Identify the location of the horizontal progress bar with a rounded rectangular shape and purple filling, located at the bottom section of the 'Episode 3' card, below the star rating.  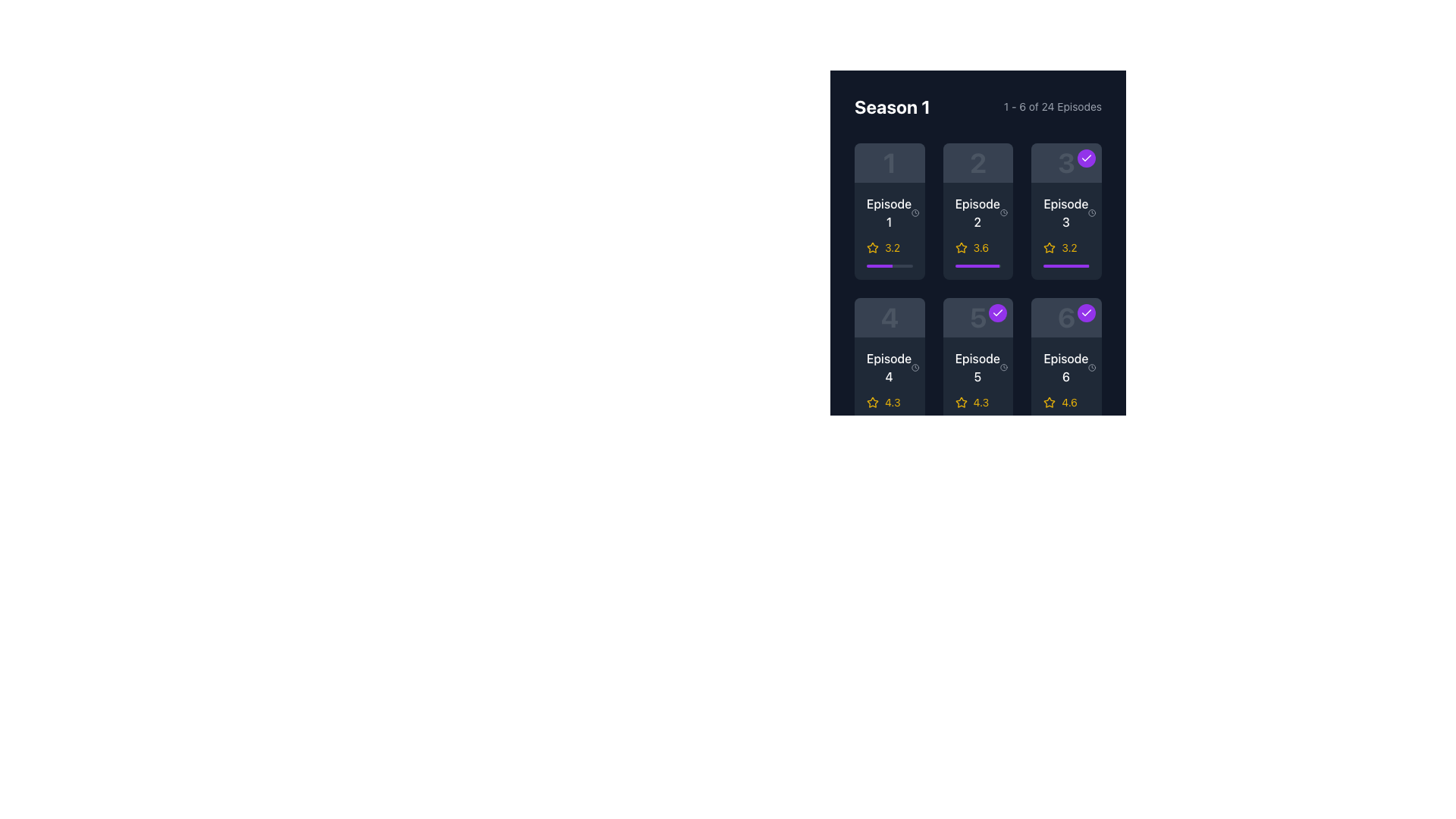
(1065, 265).